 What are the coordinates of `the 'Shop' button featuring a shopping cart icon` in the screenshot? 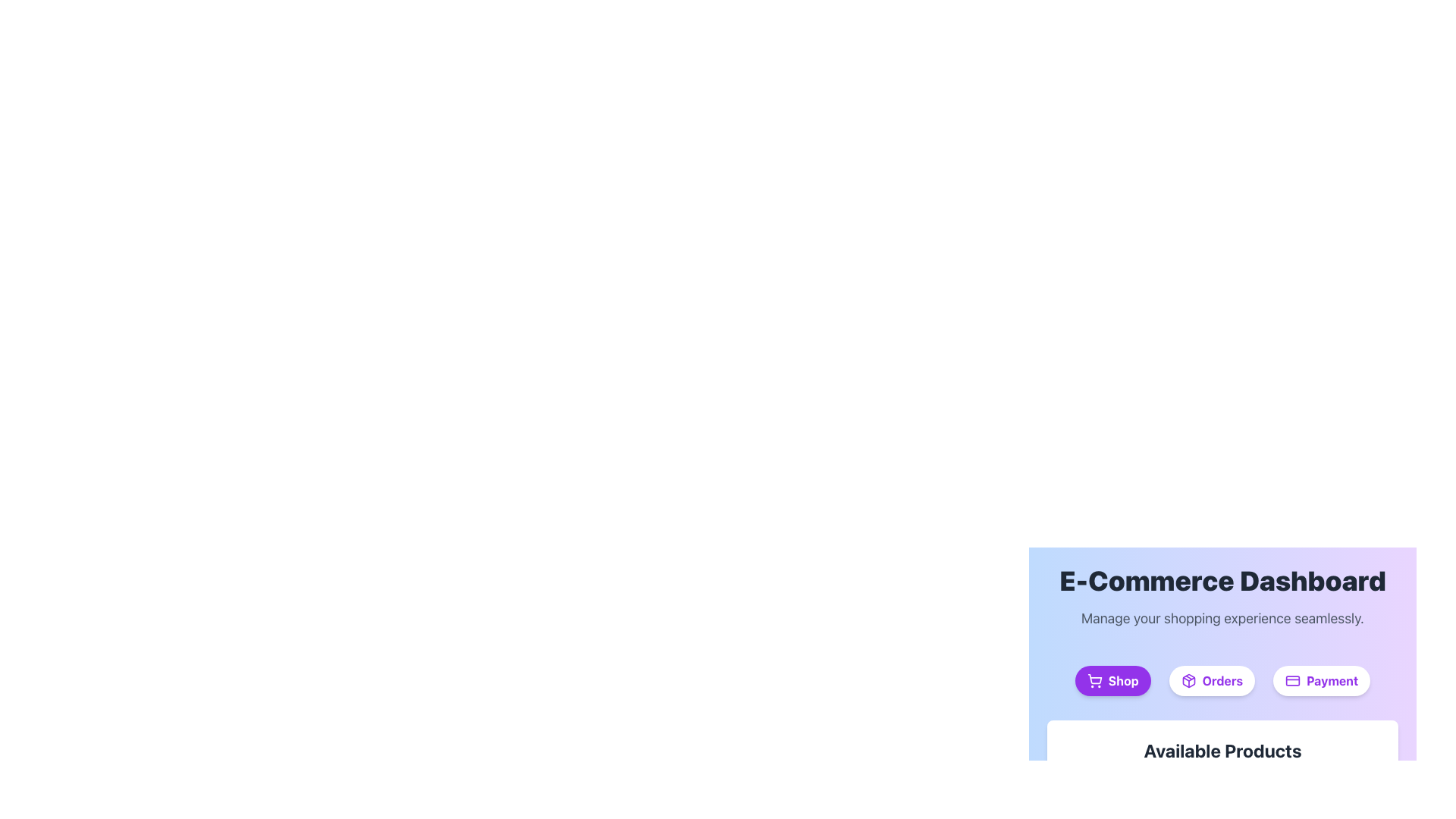 It's located at (1094, 678).